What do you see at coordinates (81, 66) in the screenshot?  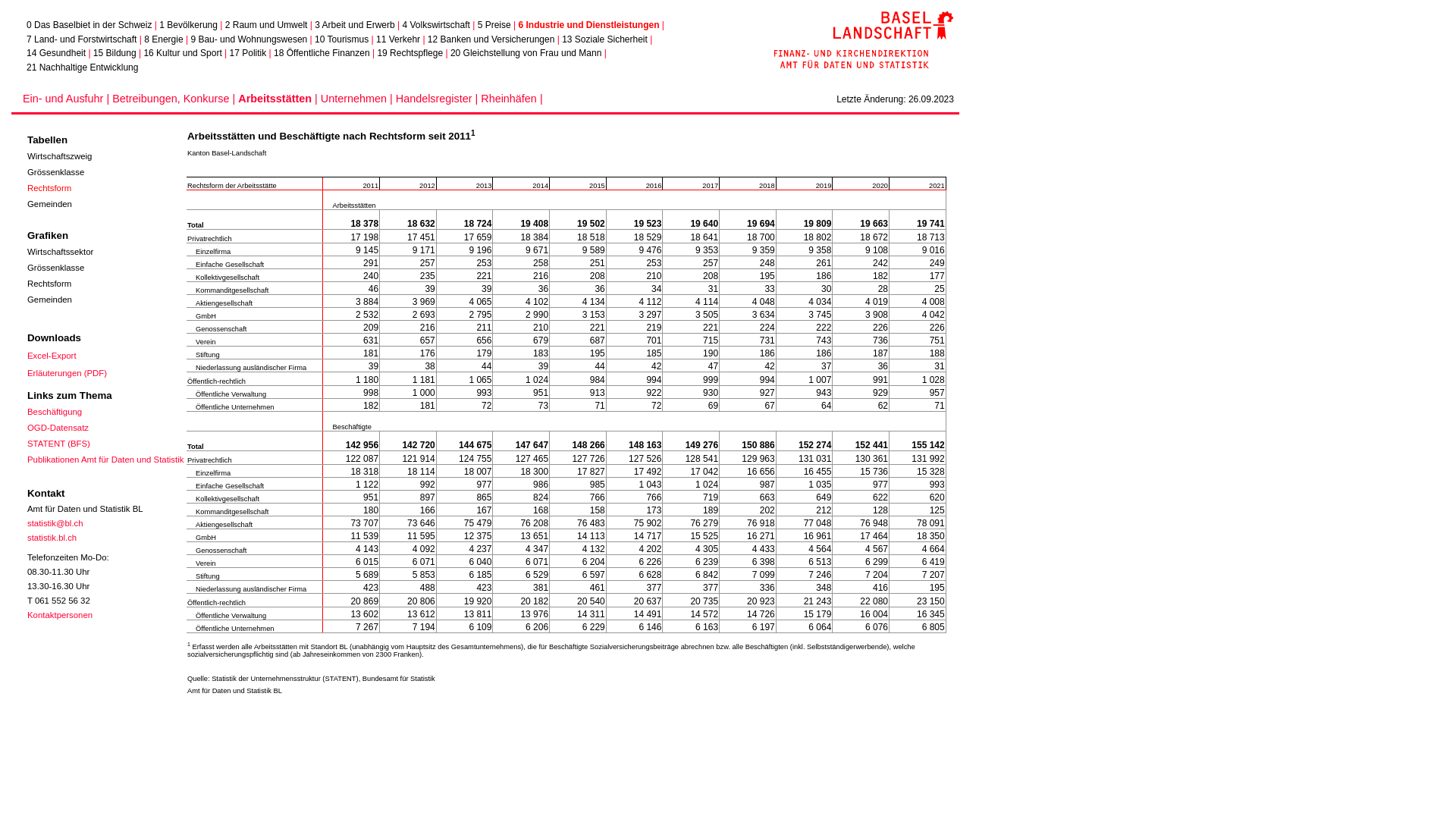 I see `'21 Nachhaltige Entwicklung'` at bounding box center [81, 66].